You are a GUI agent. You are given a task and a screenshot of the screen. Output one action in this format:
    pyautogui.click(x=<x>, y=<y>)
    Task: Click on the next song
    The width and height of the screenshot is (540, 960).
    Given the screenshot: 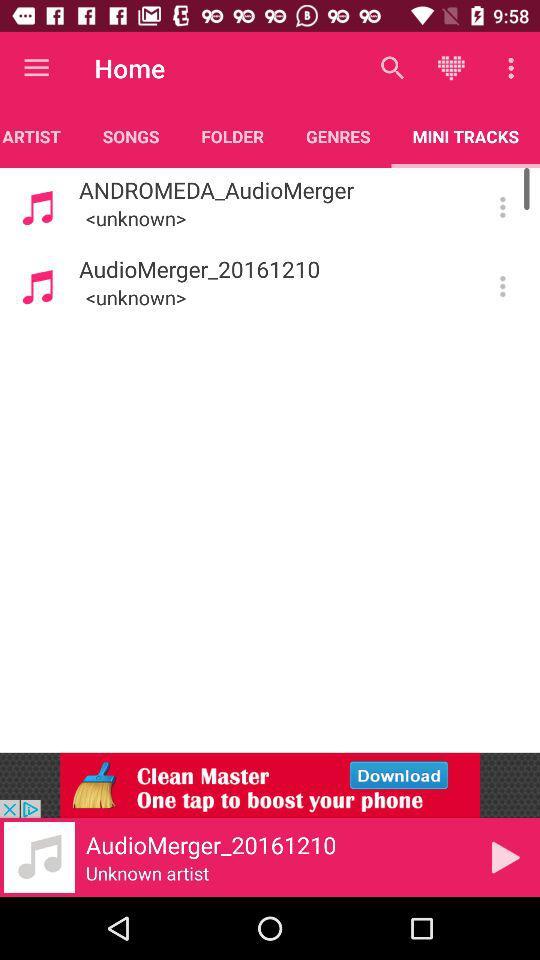 What is the action you would take?
    pyautogui.click(x=504, y=856)
    